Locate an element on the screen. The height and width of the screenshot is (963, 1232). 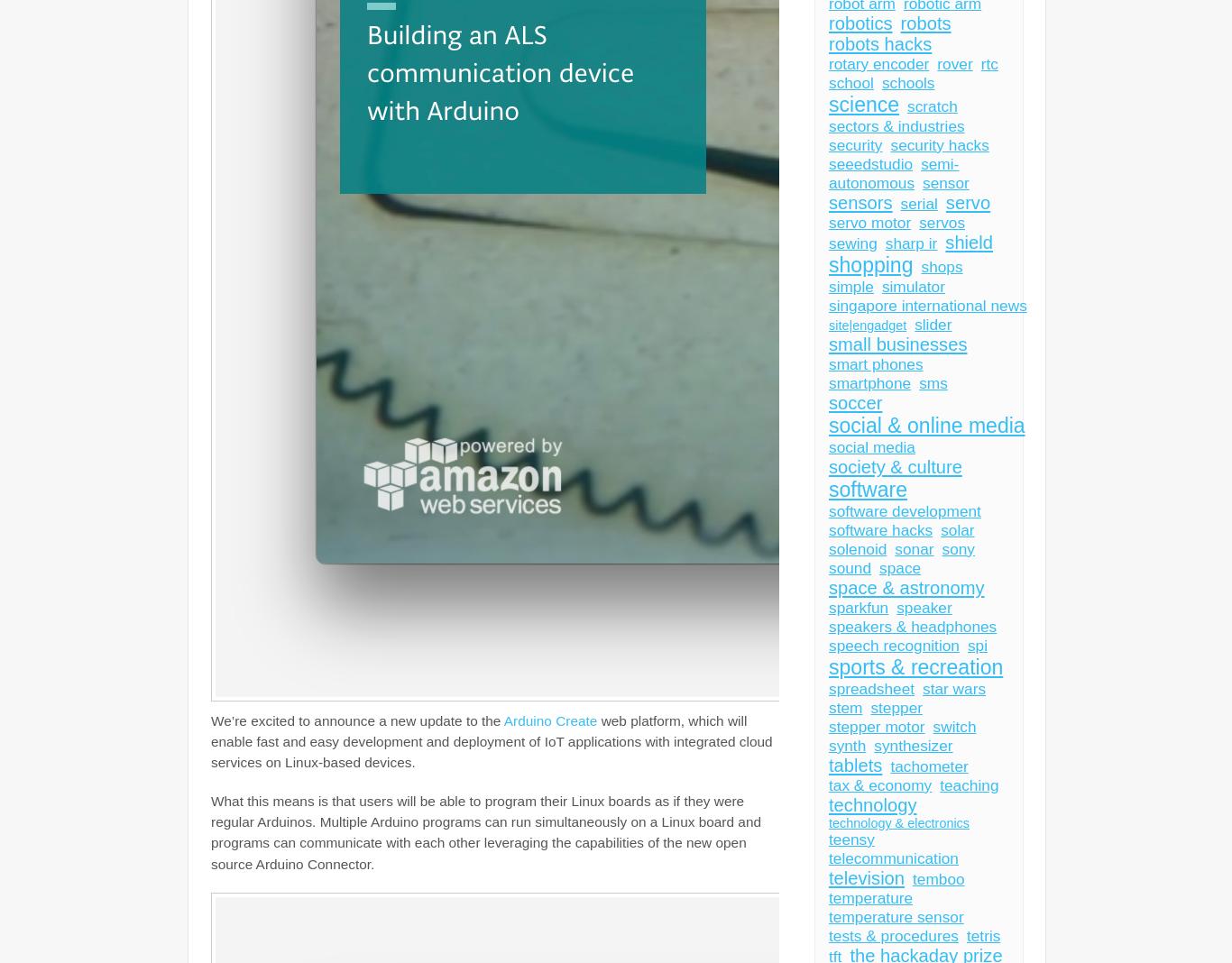
'rotary encoder' is located at coordinates (878, 63).